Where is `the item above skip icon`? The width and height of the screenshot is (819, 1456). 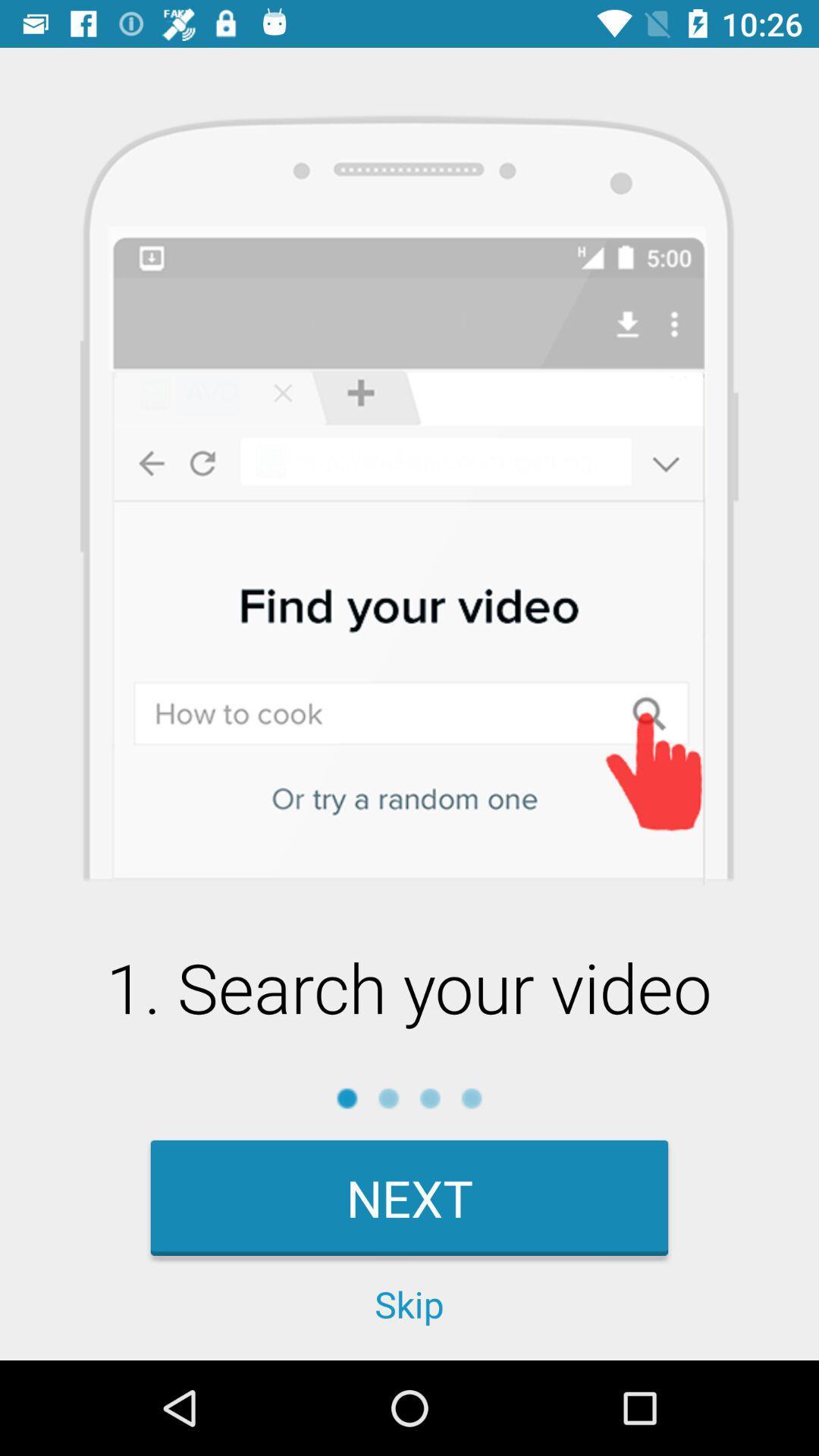
the item above skip icon is located at coordinates (409, 1197).